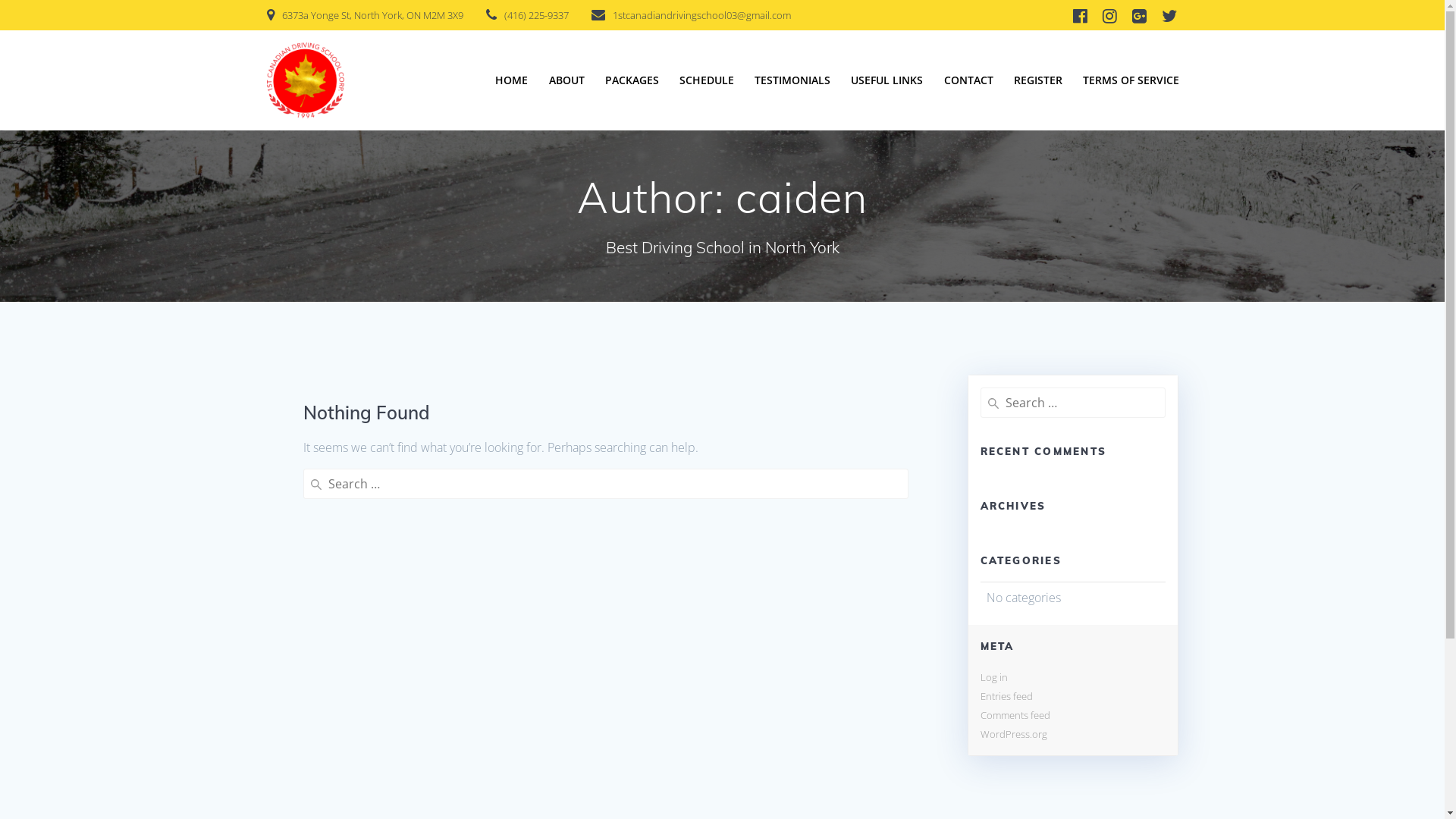 The height and width of the screenshot is (819, 1456). I want to click on 'HOME', so click(511, 80).